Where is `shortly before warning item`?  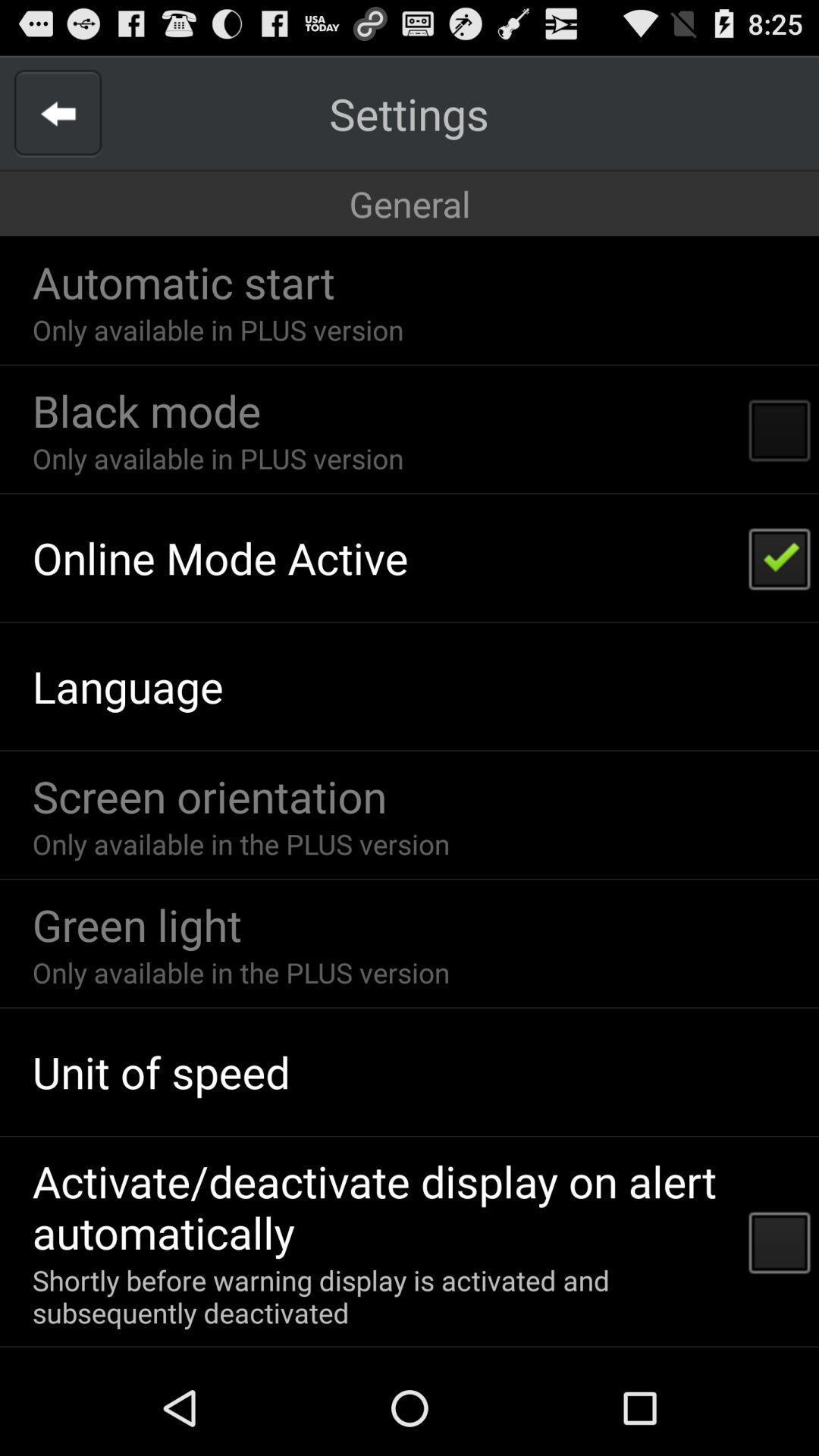
shortly before warning item is located at coordinates (380, 1295).